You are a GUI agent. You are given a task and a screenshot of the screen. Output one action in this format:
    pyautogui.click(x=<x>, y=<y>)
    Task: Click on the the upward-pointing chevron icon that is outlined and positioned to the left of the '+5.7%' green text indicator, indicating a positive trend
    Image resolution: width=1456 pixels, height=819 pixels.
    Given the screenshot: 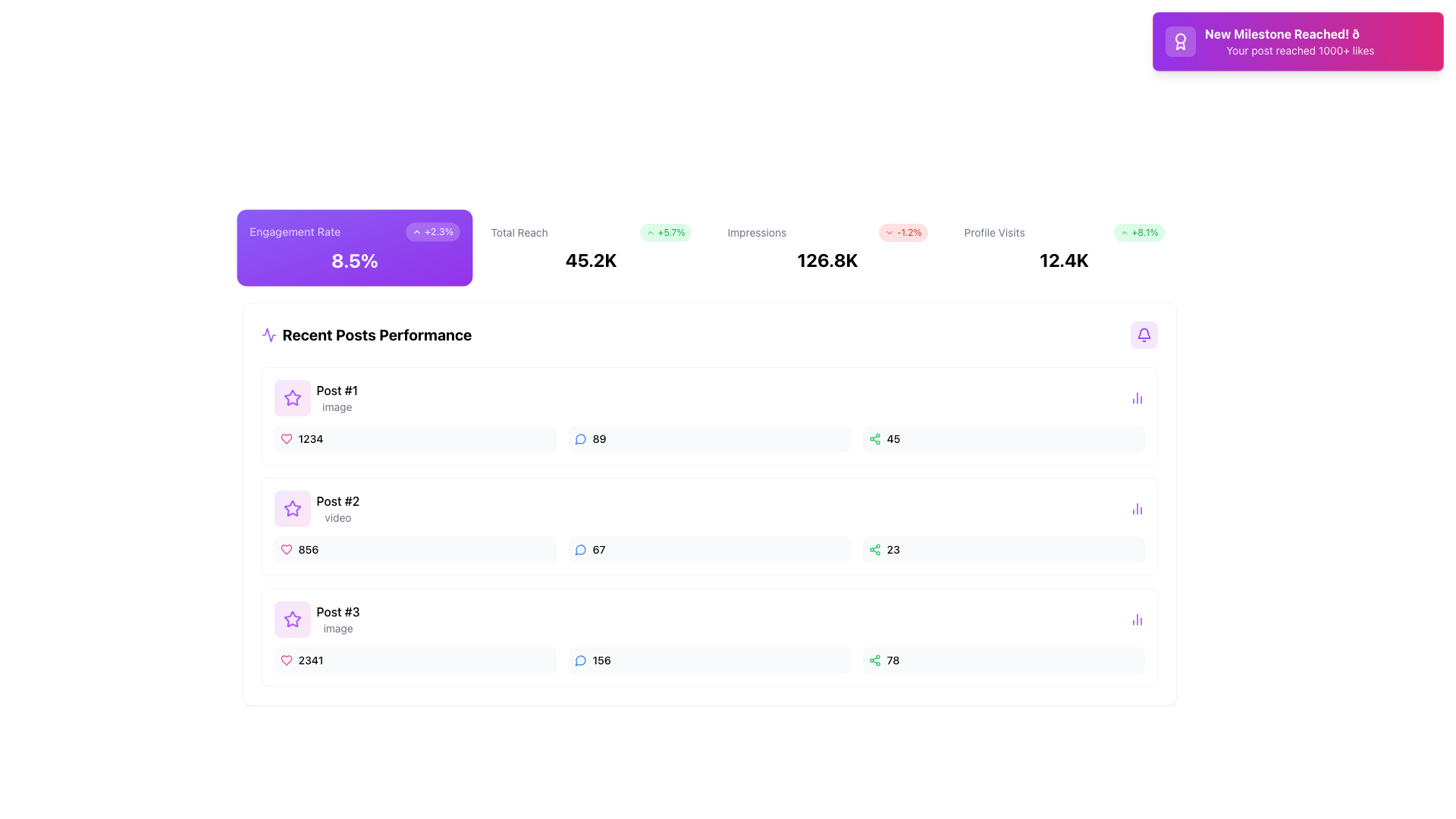 What is the action you would take?
    pyautogui.click(x=650, y=233)
    